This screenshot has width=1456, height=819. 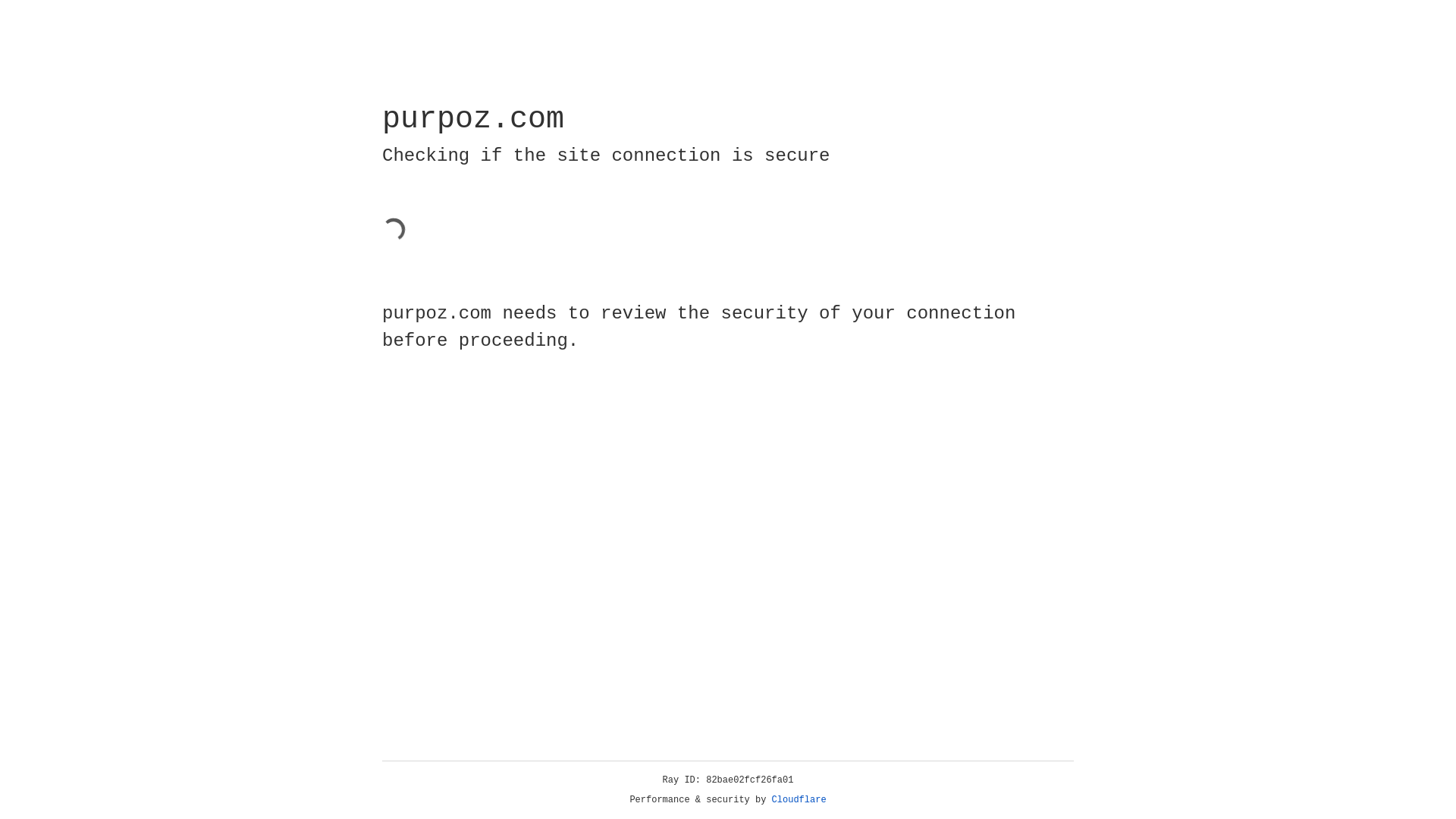 What do you see at coordinates (799, 799) in the screenshot?
I see `'Cloudflare'` at bounding box center [799, 799].